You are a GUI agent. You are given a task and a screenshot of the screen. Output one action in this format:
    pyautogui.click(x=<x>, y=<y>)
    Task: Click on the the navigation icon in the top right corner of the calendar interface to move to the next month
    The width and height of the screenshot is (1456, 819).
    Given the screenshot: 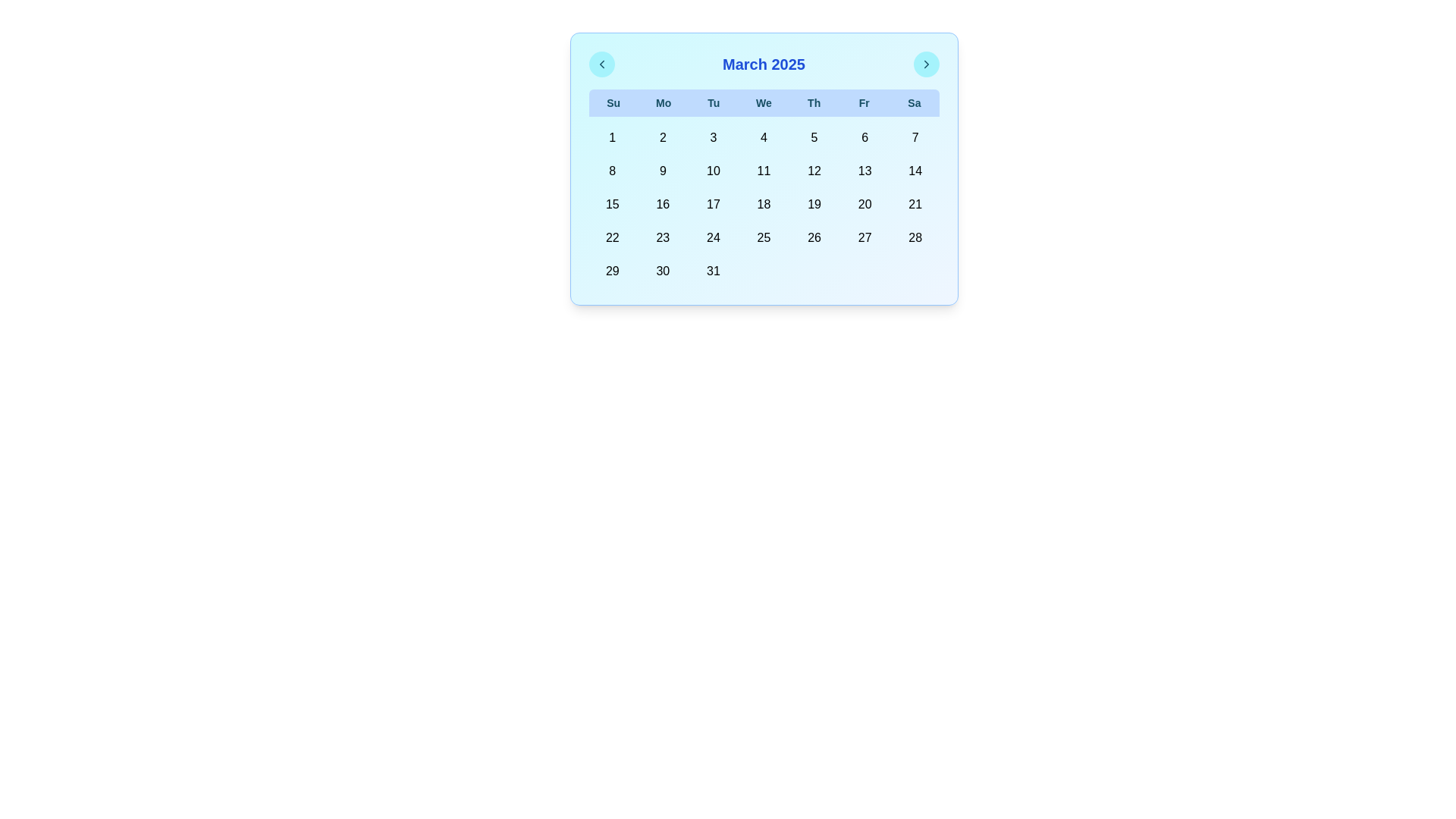 What is the action you would take?
    pyautogui.click(x=925, y=63)
    